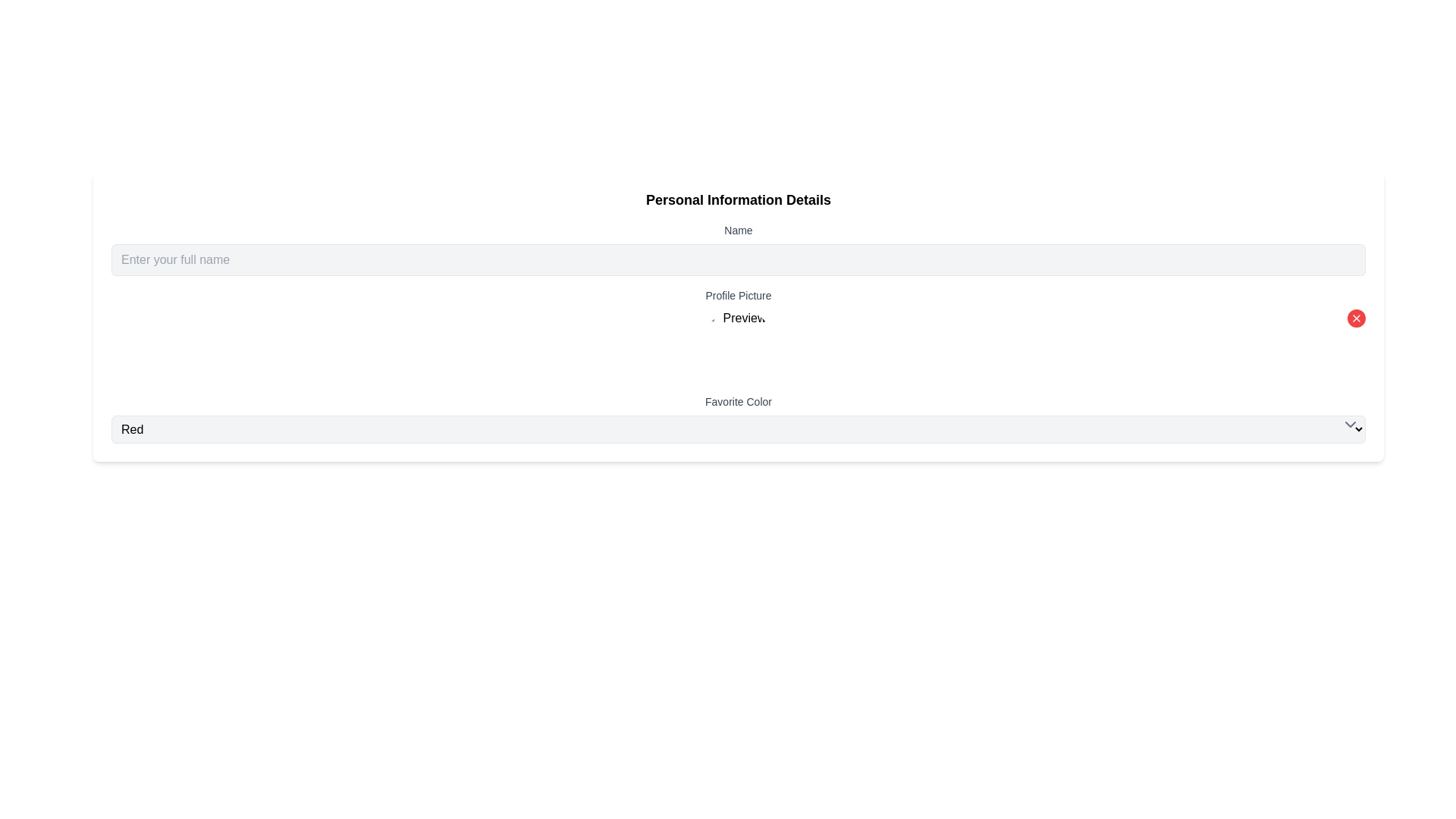 This screenshot has height=819, width=1456. Describe the element at coordinates (1357, 318) in the screenshot. I see `the close icon located in the top-right section of the 'Profile Picture' input field` at that location.